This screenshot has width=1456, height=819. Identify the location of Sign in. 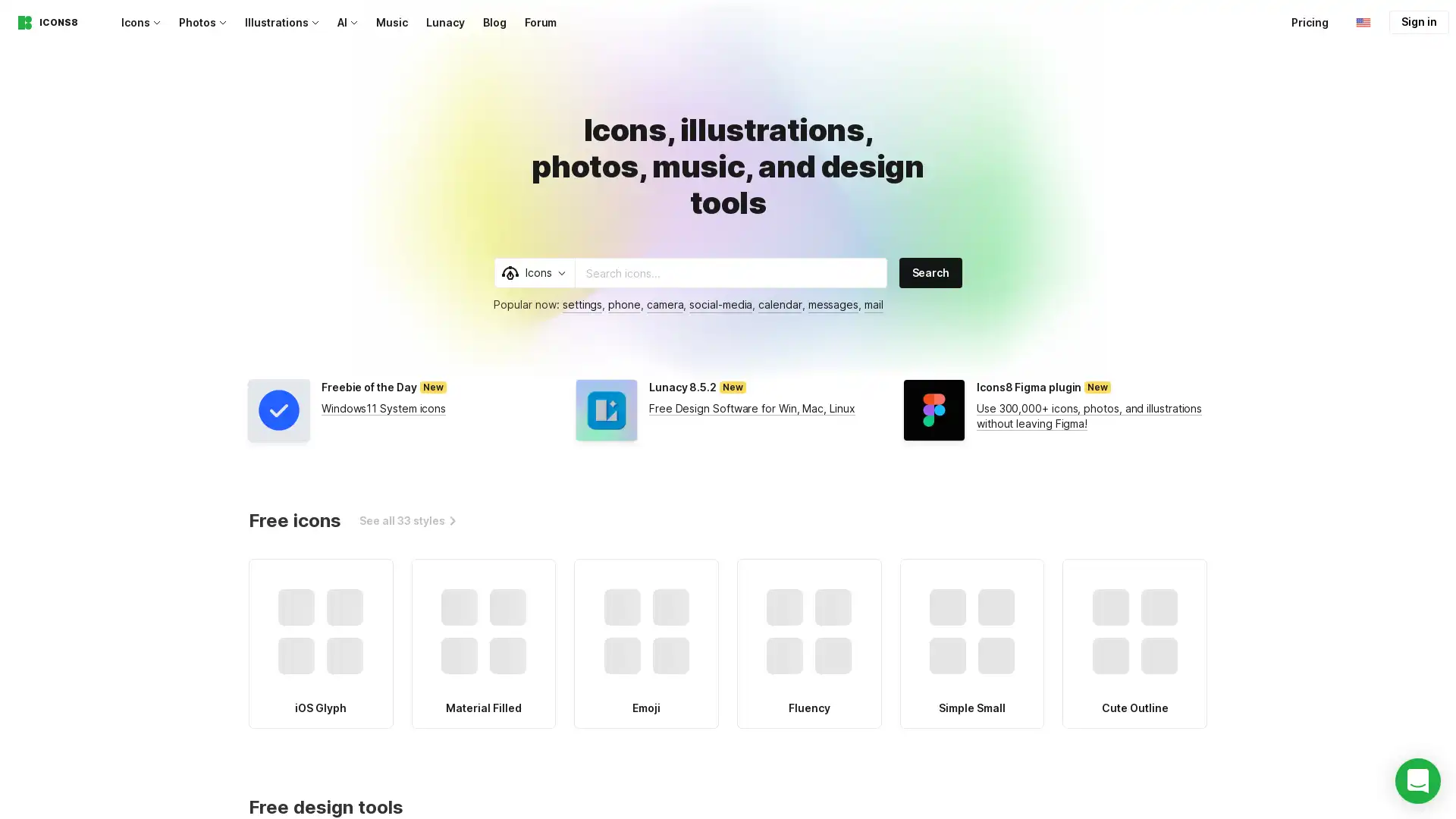
(1418, 22).